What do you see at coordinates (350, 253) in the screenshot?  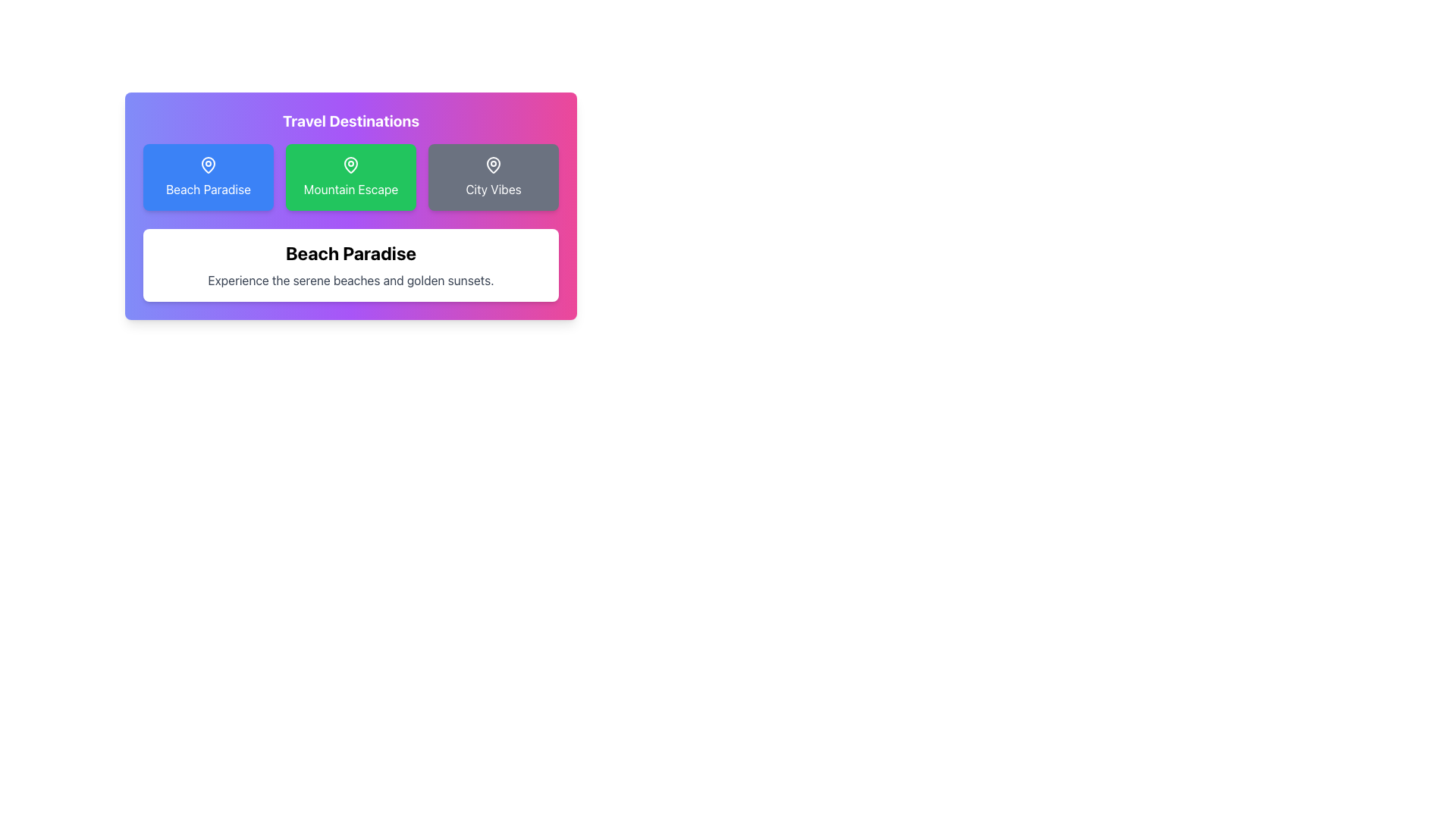 I see `prominently styled text that reads 'Beach Paradise', which is centrally aligned and features a bold font against a white background` at bounding box center [350, 253].